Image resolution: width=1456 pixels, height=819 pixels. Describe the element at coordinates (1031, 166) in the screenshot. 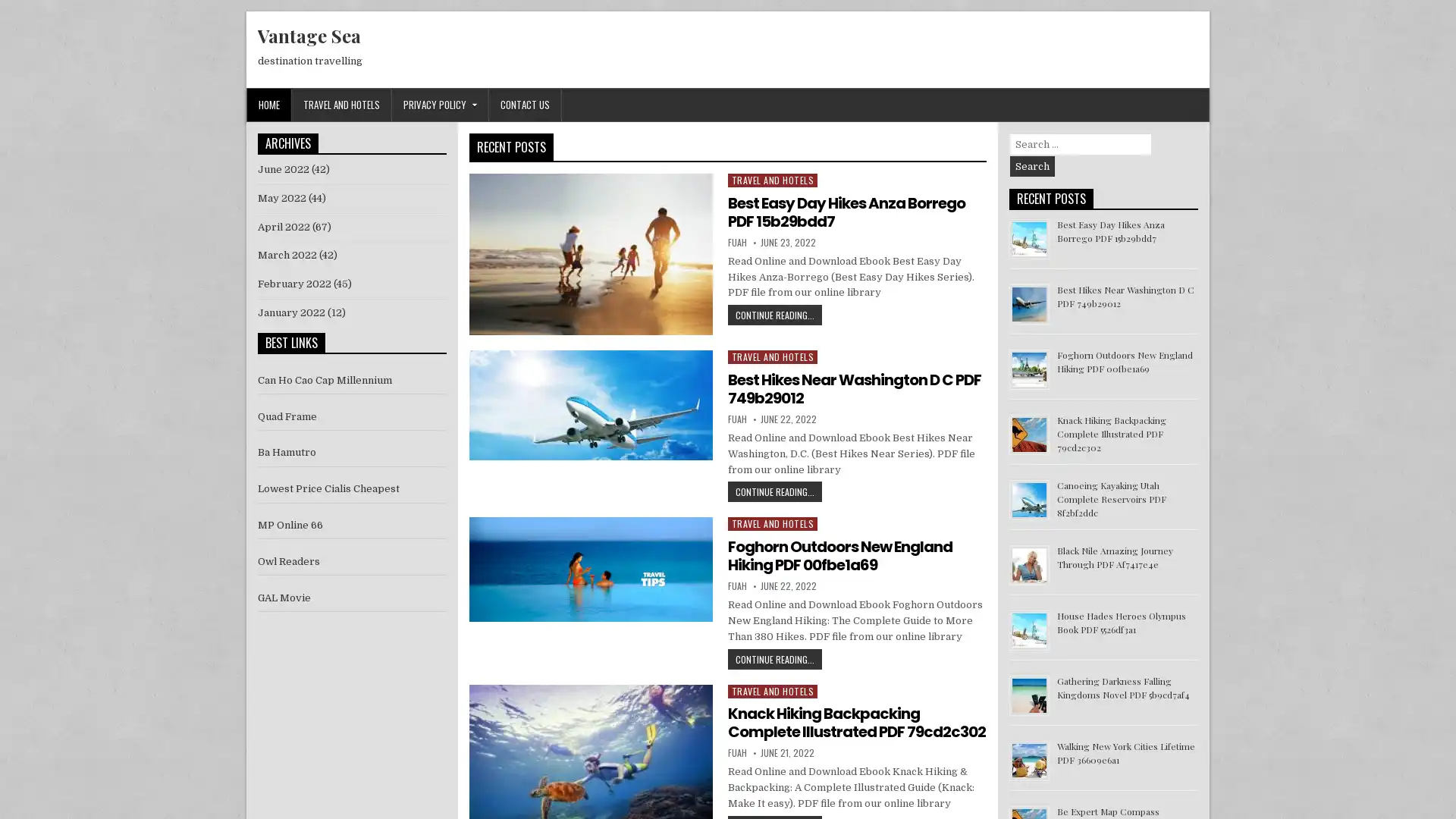

I see `Search` at that location.